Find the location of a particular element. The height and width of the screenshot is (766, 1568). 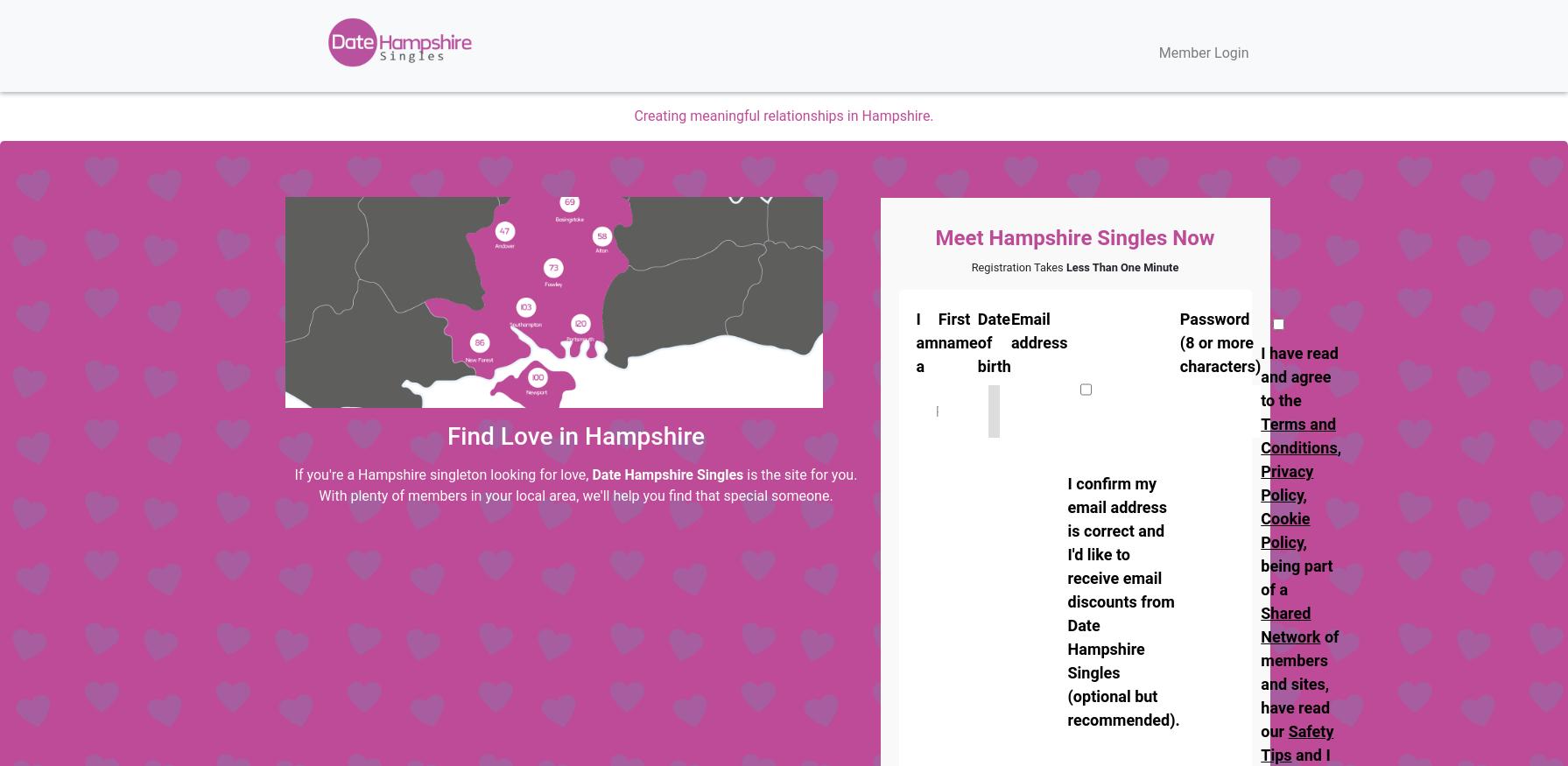

'Member Login' is located at coordinates (1202, 51).